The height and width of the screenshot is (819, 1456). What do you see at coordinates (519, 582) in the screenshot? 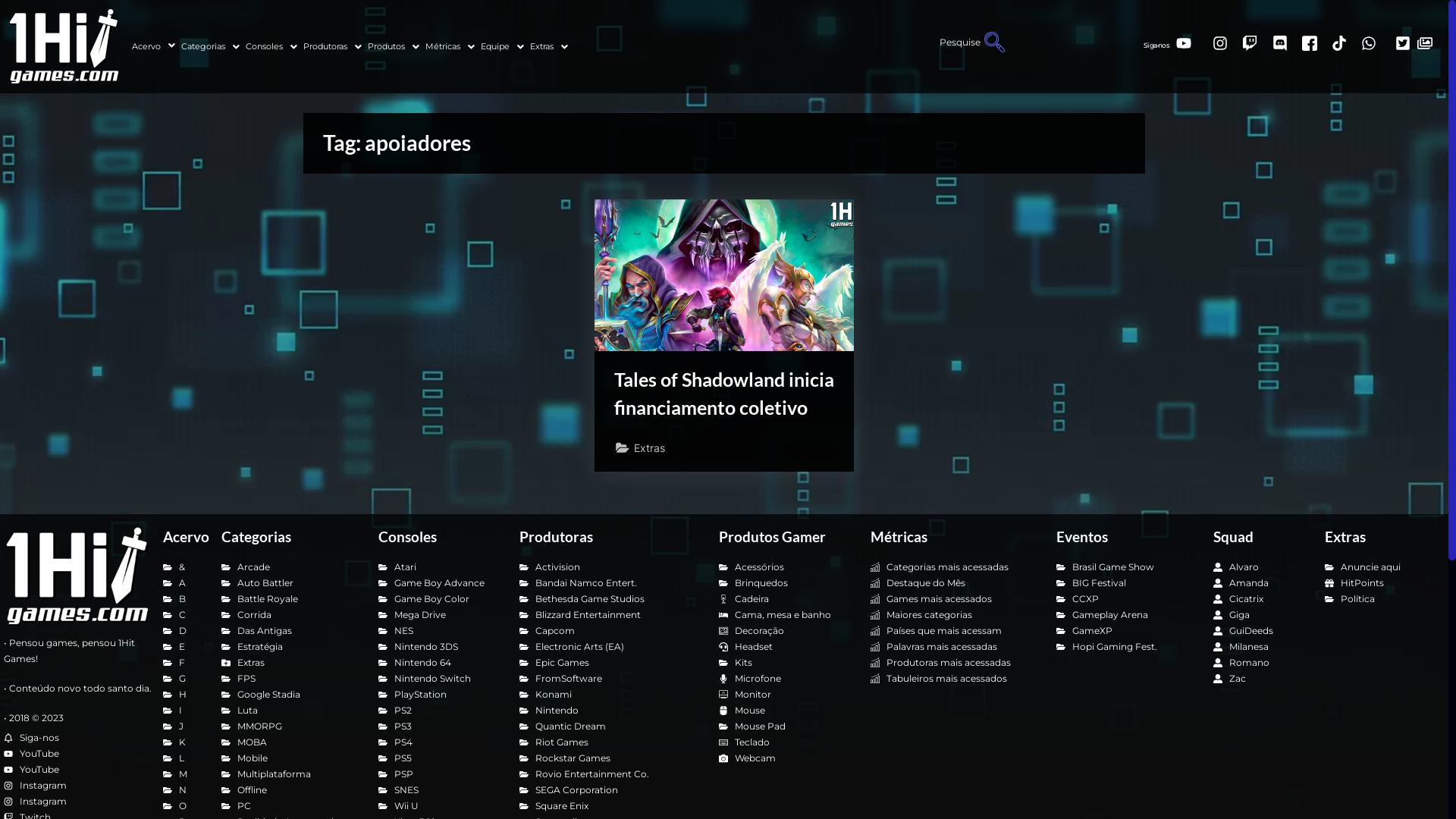
I see `'Bandai Namco Entert.'` at bounding box center [519, 582].